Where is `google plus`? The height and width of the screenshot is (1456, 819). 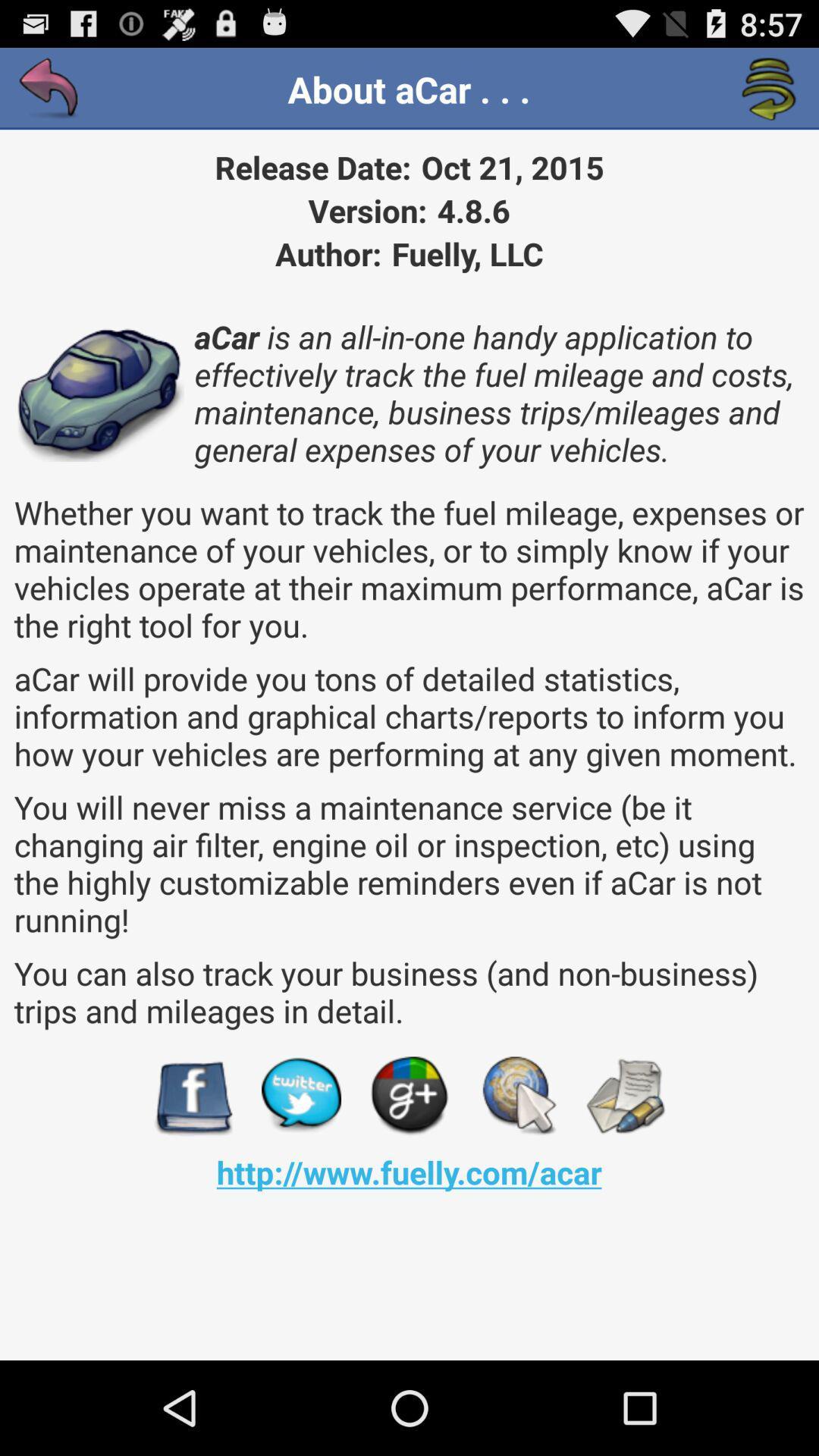
google plus is located at coordinates (409, 1096).